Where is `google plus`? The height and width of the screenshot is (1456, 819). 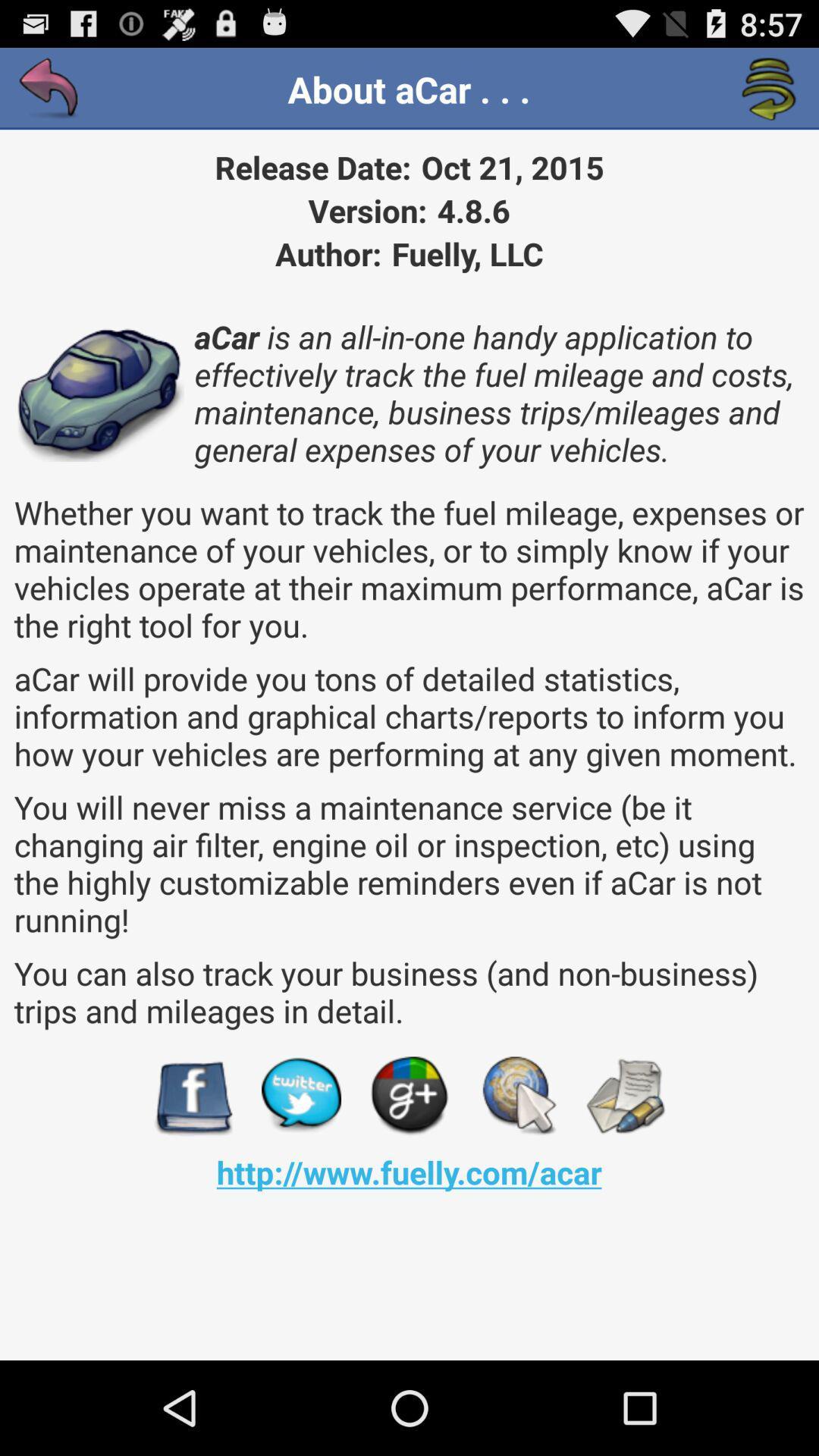
google plus is located at coordinates (409, 1096).